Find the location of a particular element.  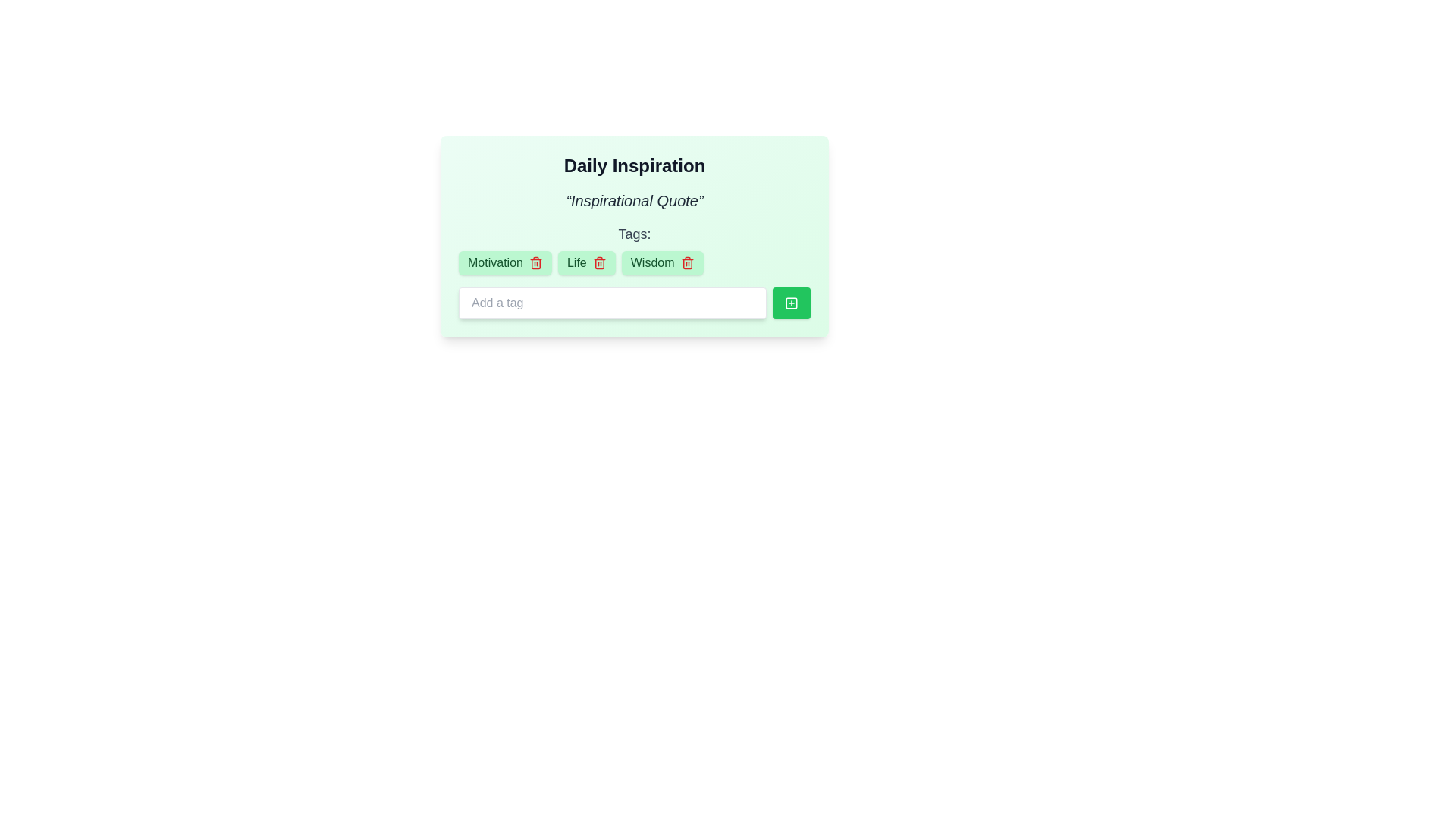

the green button with a white outlined plus icon is located at coordinates (790, 303).